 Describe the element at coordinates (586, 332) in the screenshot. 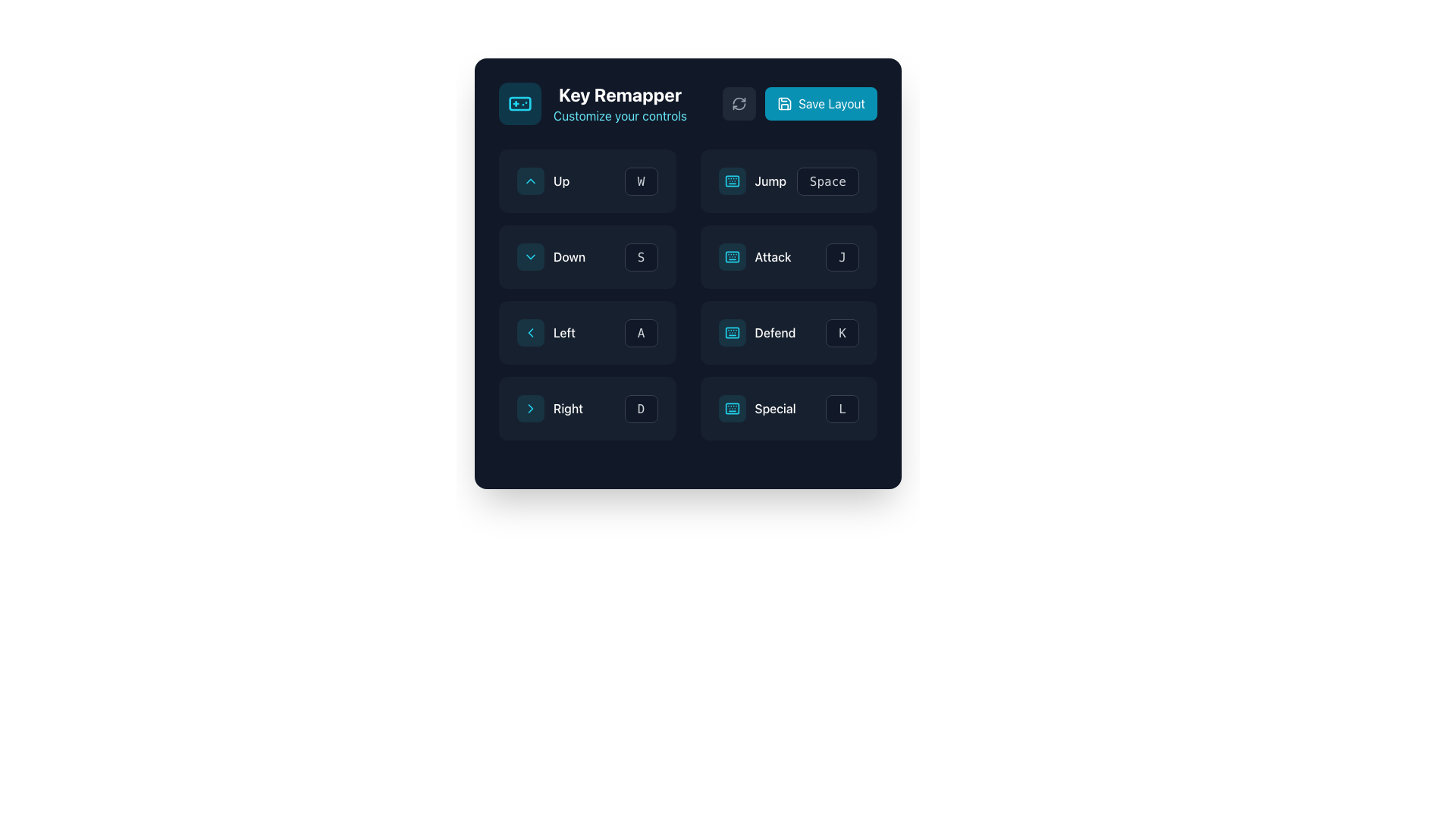

I see `a new key onto the Key binding display/input field for the 'Left' command` at that location.